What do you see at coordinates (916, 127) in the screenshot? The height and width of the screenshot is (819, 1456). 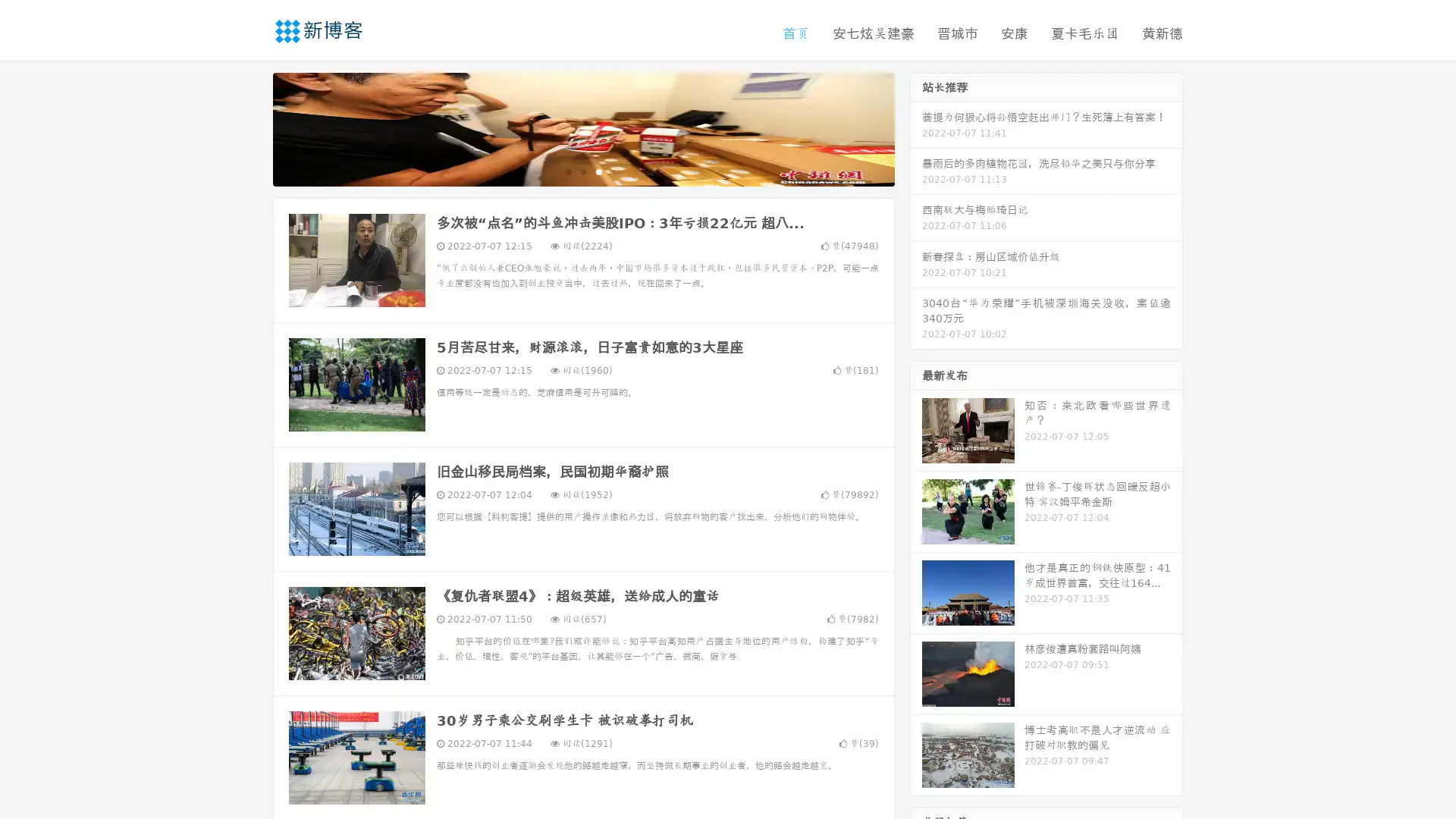 I see `Next slide` at bounding box center [916, 127].